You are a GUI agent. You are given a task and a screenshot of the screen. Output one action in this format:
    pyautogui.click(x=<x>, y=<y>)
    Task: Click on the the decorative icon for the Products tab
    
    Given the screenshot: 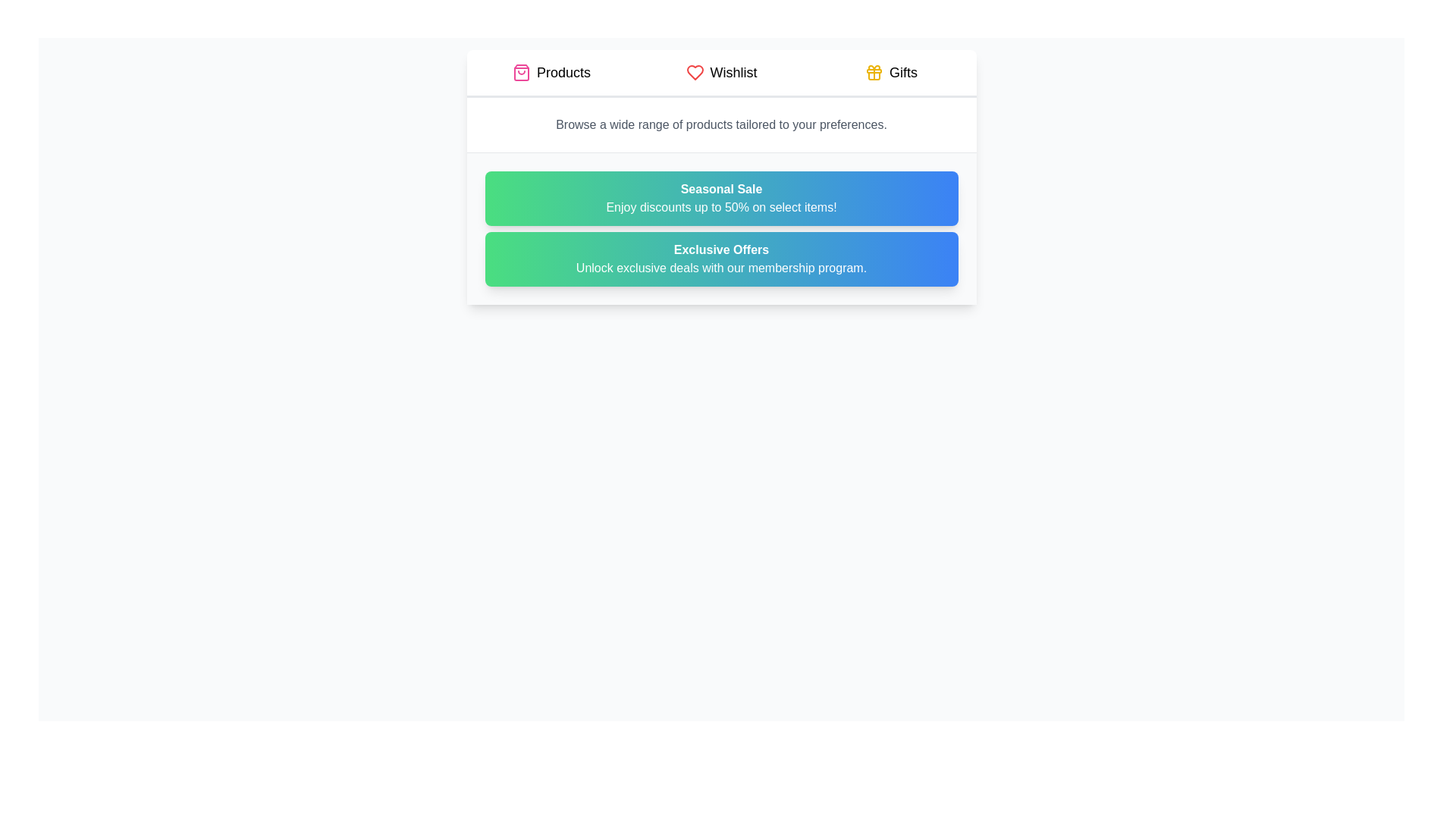 What is the action you would take?
    pyautogui.click(x=521, y=73)
    